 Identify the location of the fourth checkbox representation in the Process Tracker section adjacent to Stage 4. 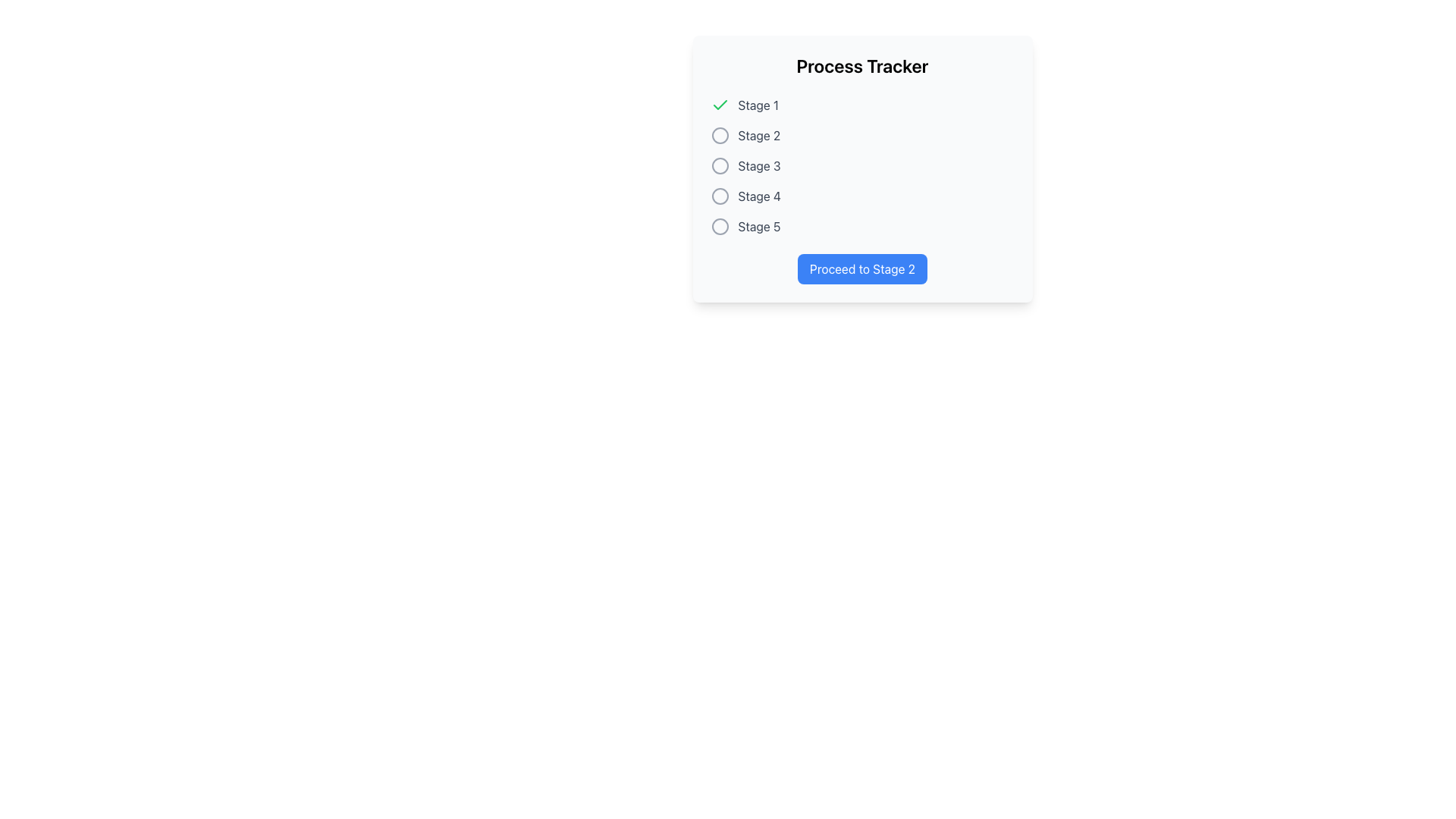
(719, 195).